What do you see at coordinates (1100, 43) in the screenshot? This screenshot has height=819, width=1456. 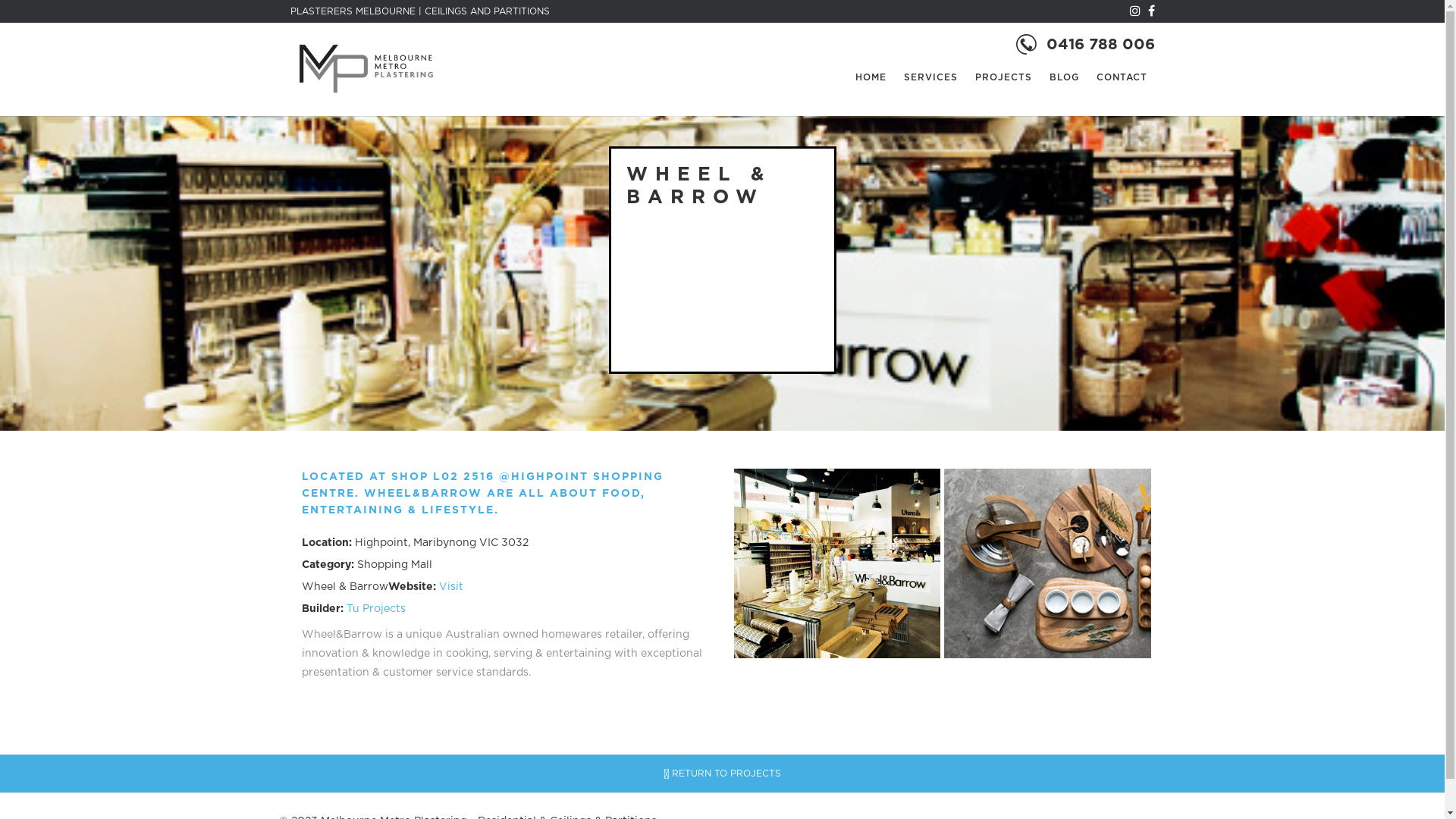 I see `'0416 788 006'` at bounding box center [1100, 43].